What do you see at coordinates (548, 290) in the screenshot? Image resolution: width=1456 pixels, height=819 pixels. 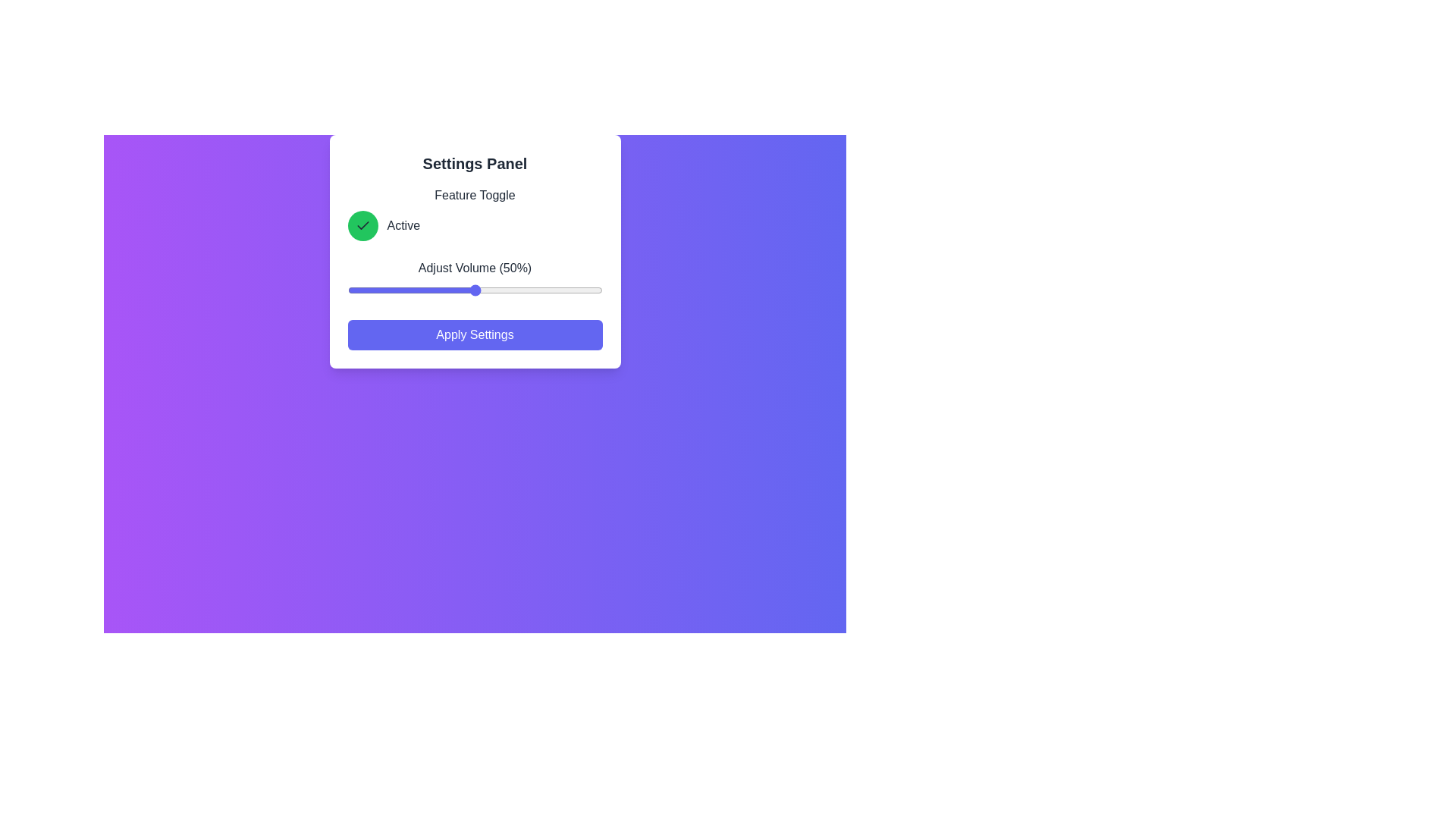 I see `volume` at bounding box center [548, 290].